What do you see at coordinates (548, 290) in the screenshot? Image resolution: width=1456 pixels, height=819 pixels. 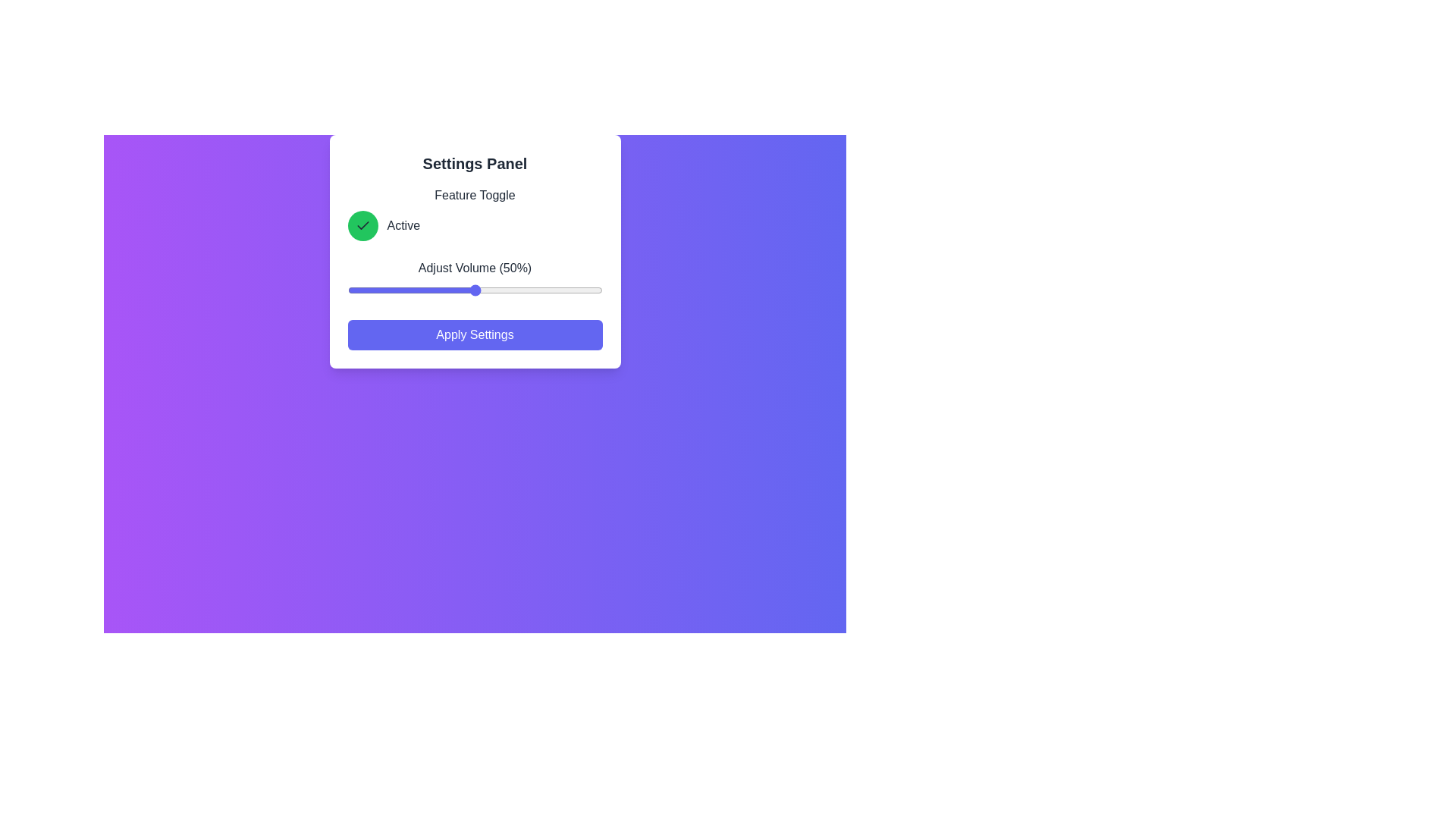 I see `volume` at bounding box center [548, 290].